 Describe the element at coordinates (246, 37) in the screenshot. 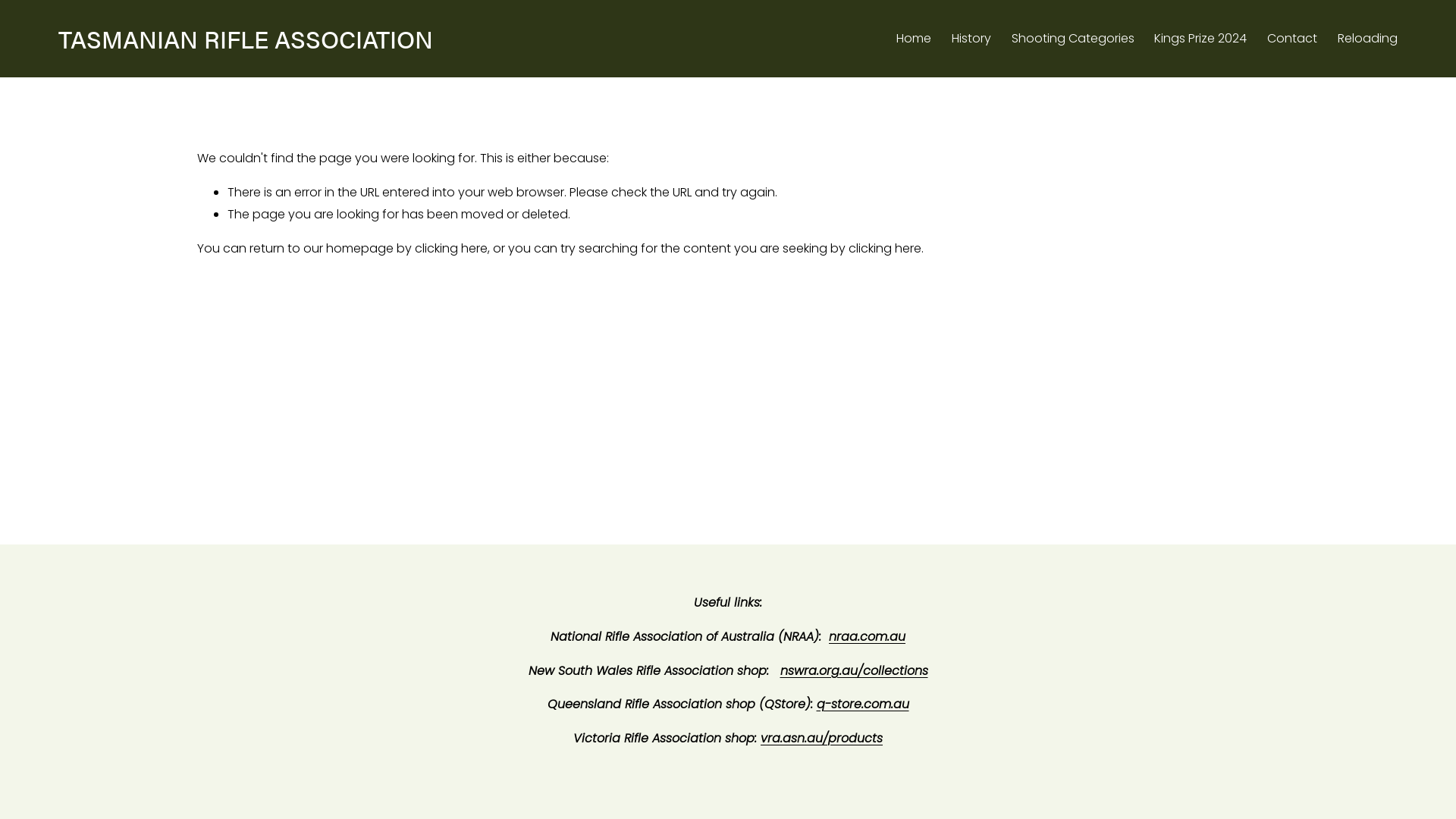

I see `'TASMANIAN RIFLE ASSOCIATION'` at that location.